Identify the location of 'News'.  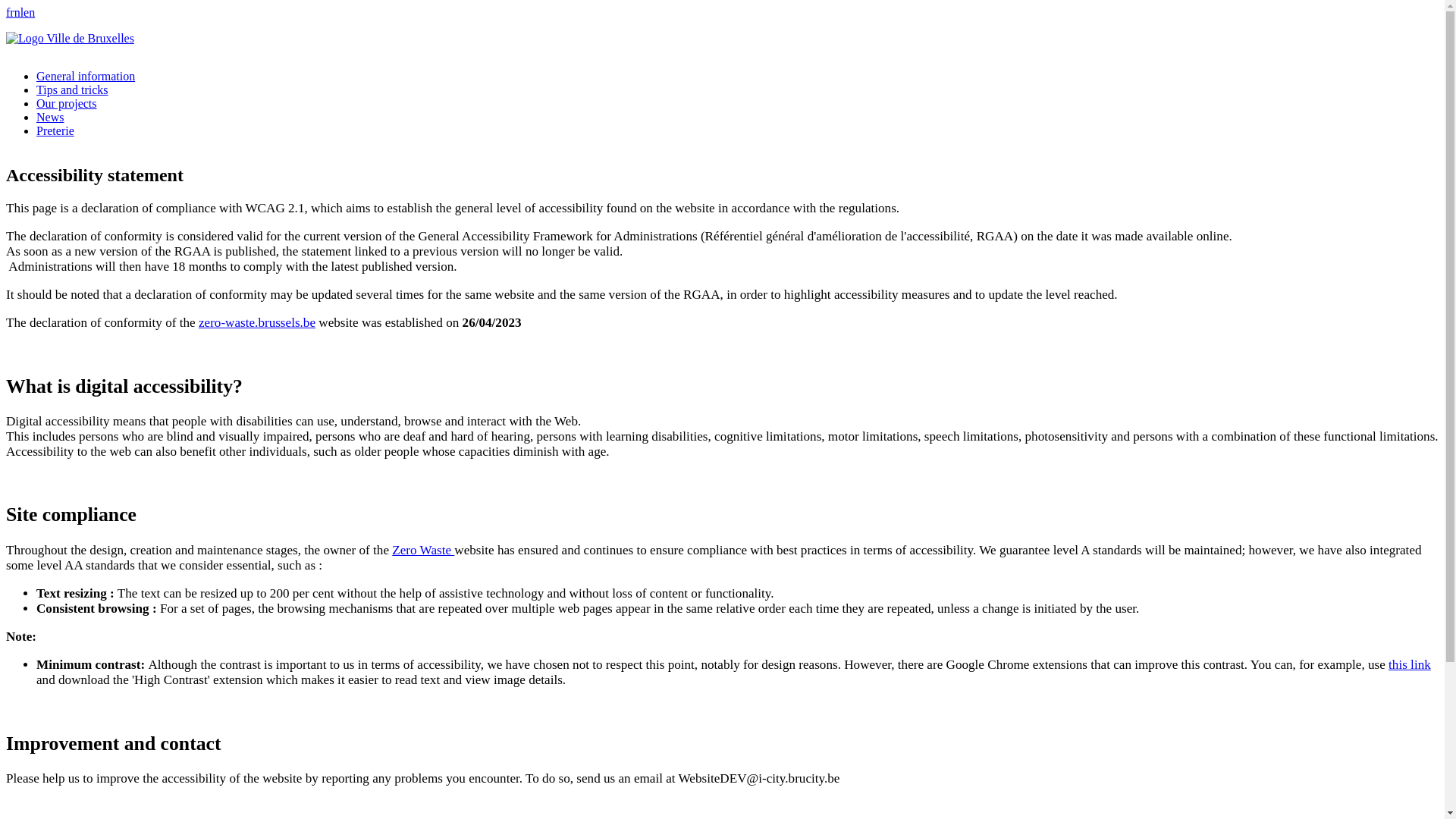
(36, 116).